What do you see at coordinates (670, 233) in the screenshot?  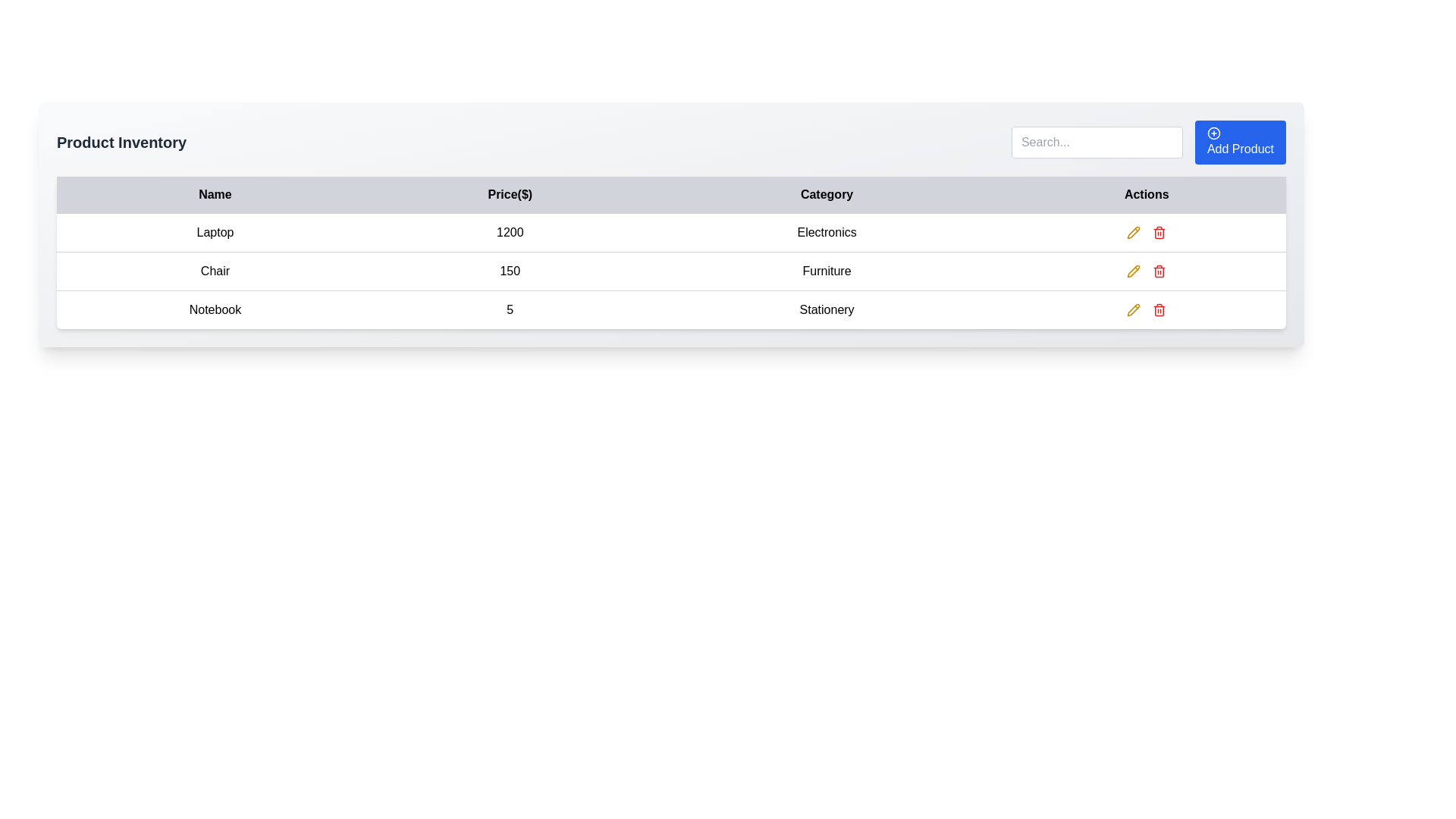 I see `the first row of the table in the 'Product Inventory' interface that displays the details for 'Laptop', '1200', and 'Electronics'` at bounding box center [670, 233].